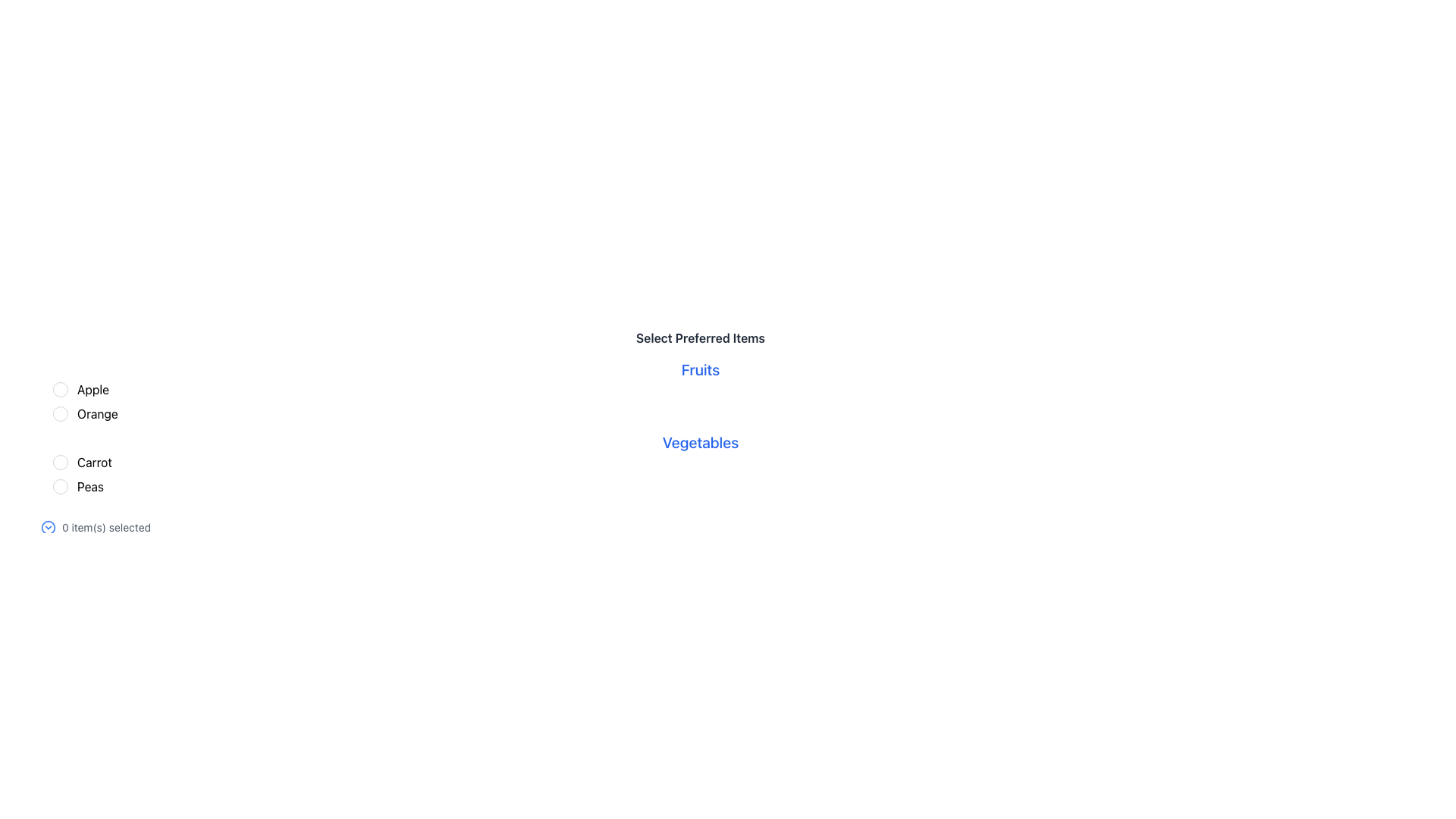 This screenshot has width=1456, height=819. I want to click on the 'Apple' radio button located in the 'Fruits' section, so click(705, 388).